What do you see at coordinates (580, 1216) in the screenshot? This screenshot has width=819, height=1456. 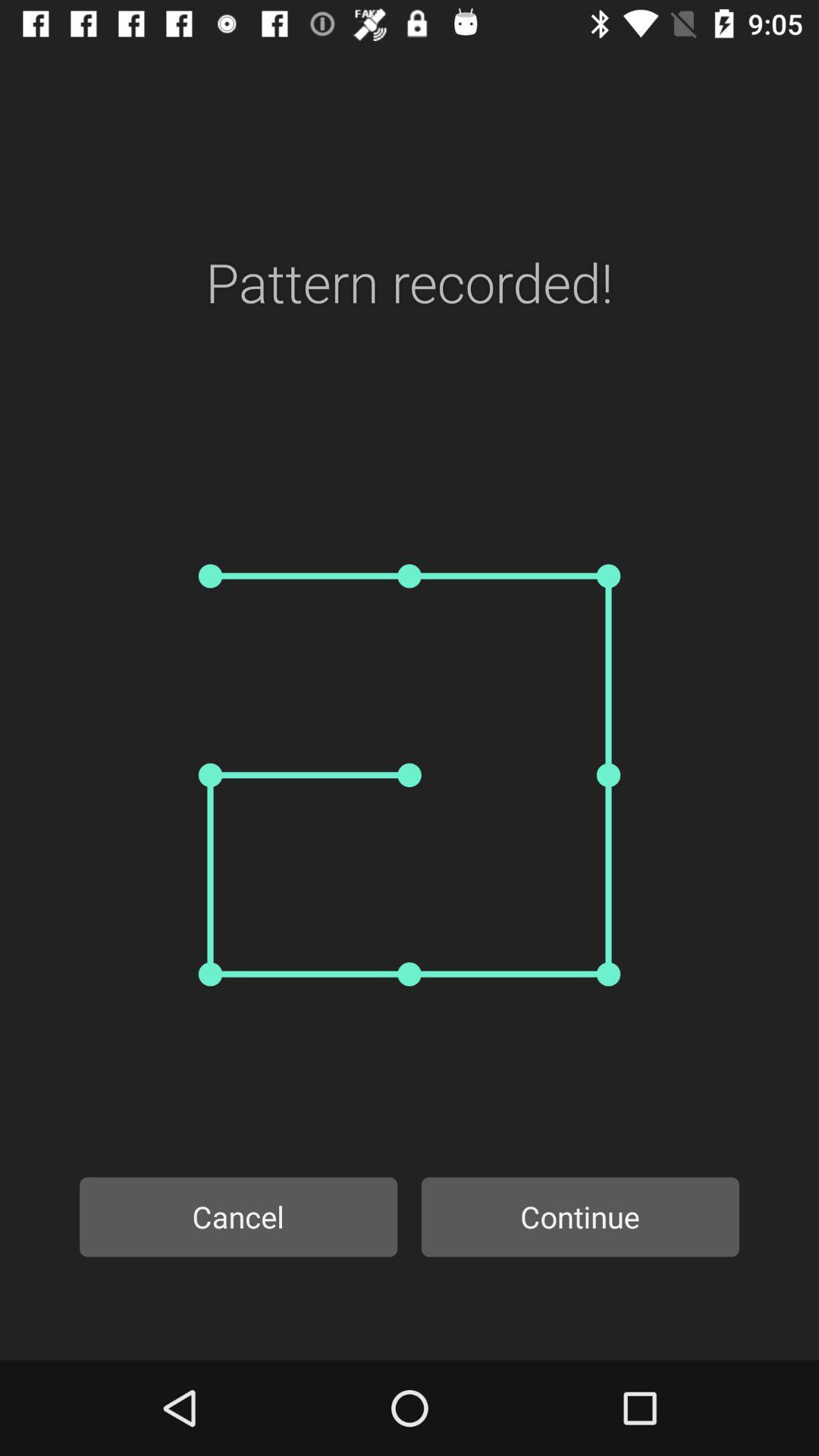 I see `continue at the bottom right corner` at bounding box center [580, 1216].